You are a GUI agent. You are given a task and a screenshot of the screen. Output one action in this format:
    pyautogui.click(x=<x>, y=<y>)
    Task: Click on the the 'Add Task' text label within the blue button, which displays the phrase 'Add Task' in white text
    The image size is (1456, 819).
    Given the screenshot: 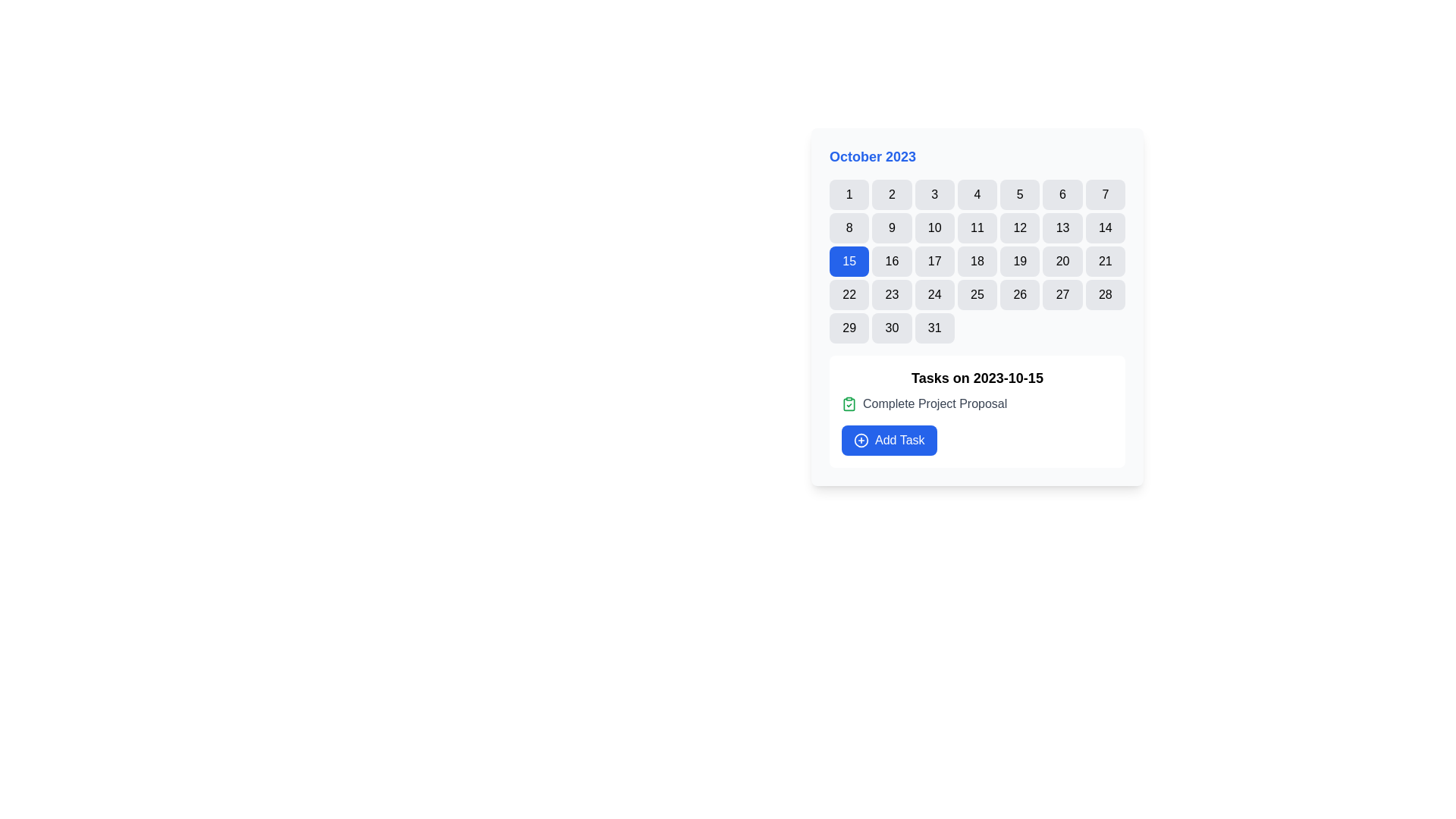 What is the action you would take?
    pyautogui.click(x=899, y=441)
    